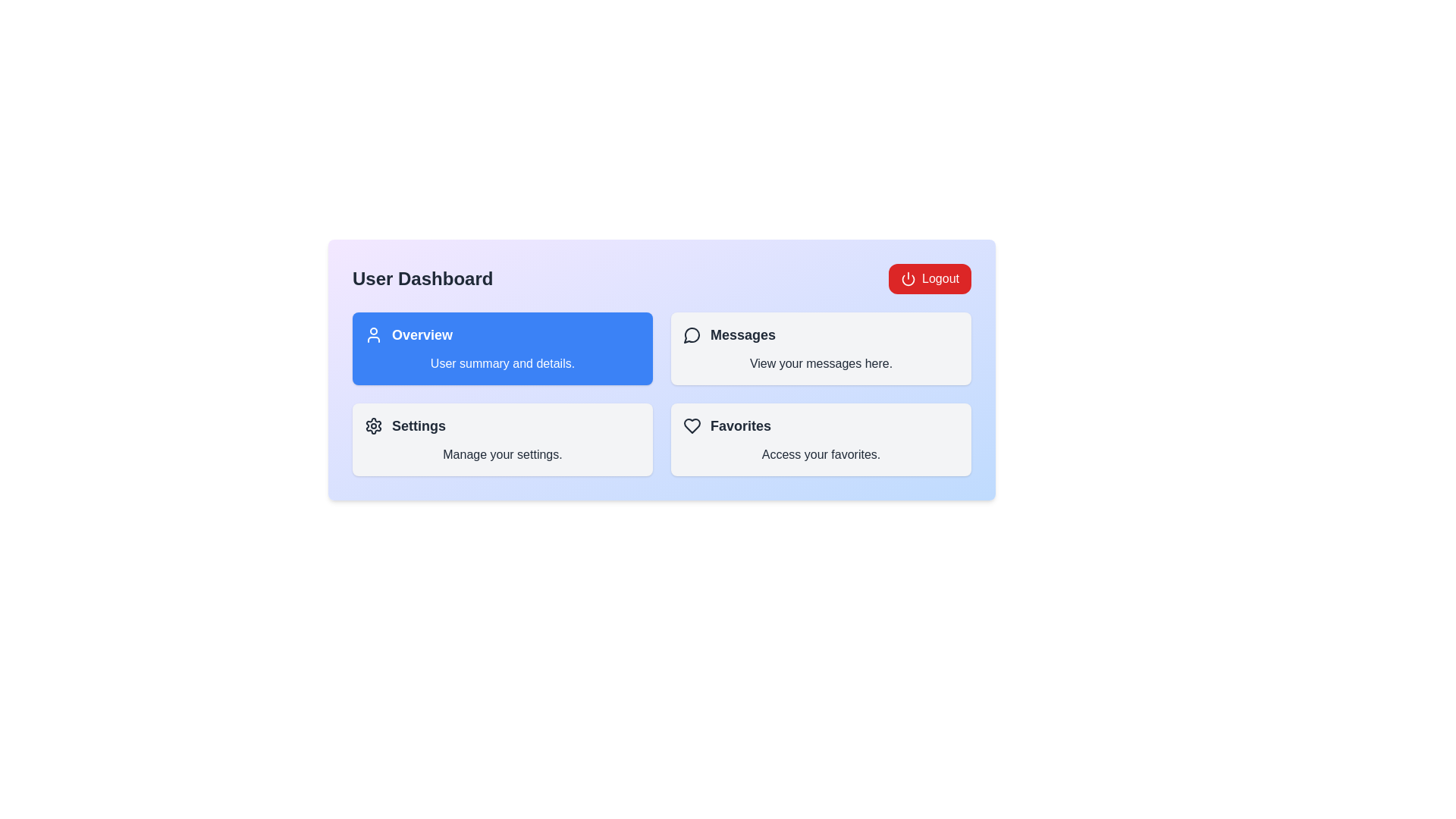 Image resolution: width=1456 pixels, height=819 pixels. What do you see at coordinates (374, 426) in the screenshot?
I see `the settings icon, which resembles a cog or gear shape, located in the bottom-left quadrant of the main dashboard area, to the left of the text 'Manage your settings.'` at bounding box center [374, 426].